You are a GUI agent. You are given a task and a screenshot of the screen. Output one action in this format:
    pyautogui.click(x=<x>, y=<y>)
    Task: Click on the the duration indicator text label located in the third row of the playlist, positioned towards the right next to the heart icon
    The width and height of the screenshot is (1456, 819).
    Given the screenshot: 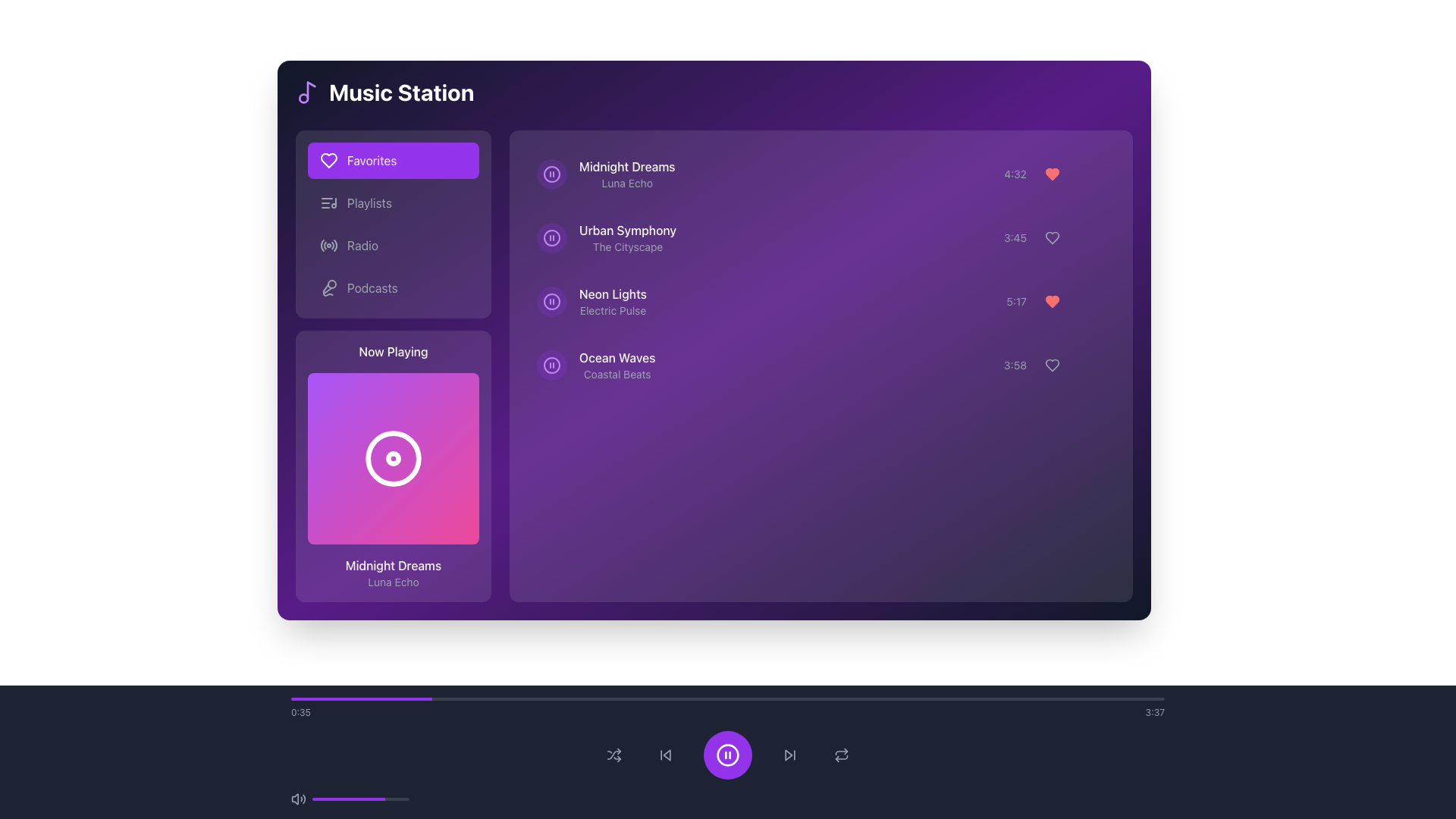 What is the action you would take?
    pyautogui.click(x=1015, y=237)
    